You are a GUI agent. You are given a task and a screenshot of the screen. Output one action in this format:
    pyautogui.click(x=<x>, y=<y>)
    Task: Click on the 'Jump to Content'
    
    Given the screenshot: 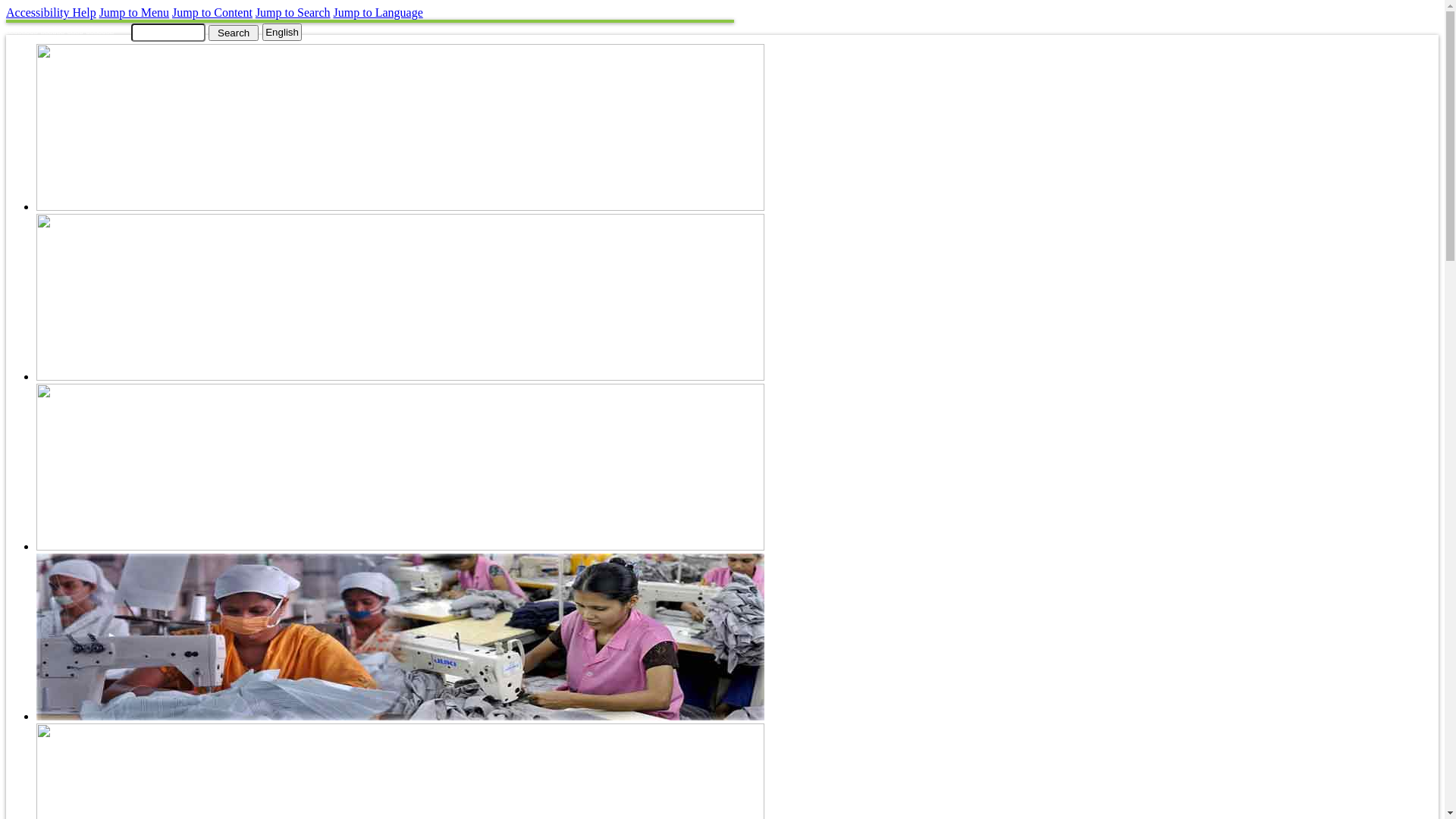 What is the action you would take?
    pyautogui.click(x=211, y=12)
    